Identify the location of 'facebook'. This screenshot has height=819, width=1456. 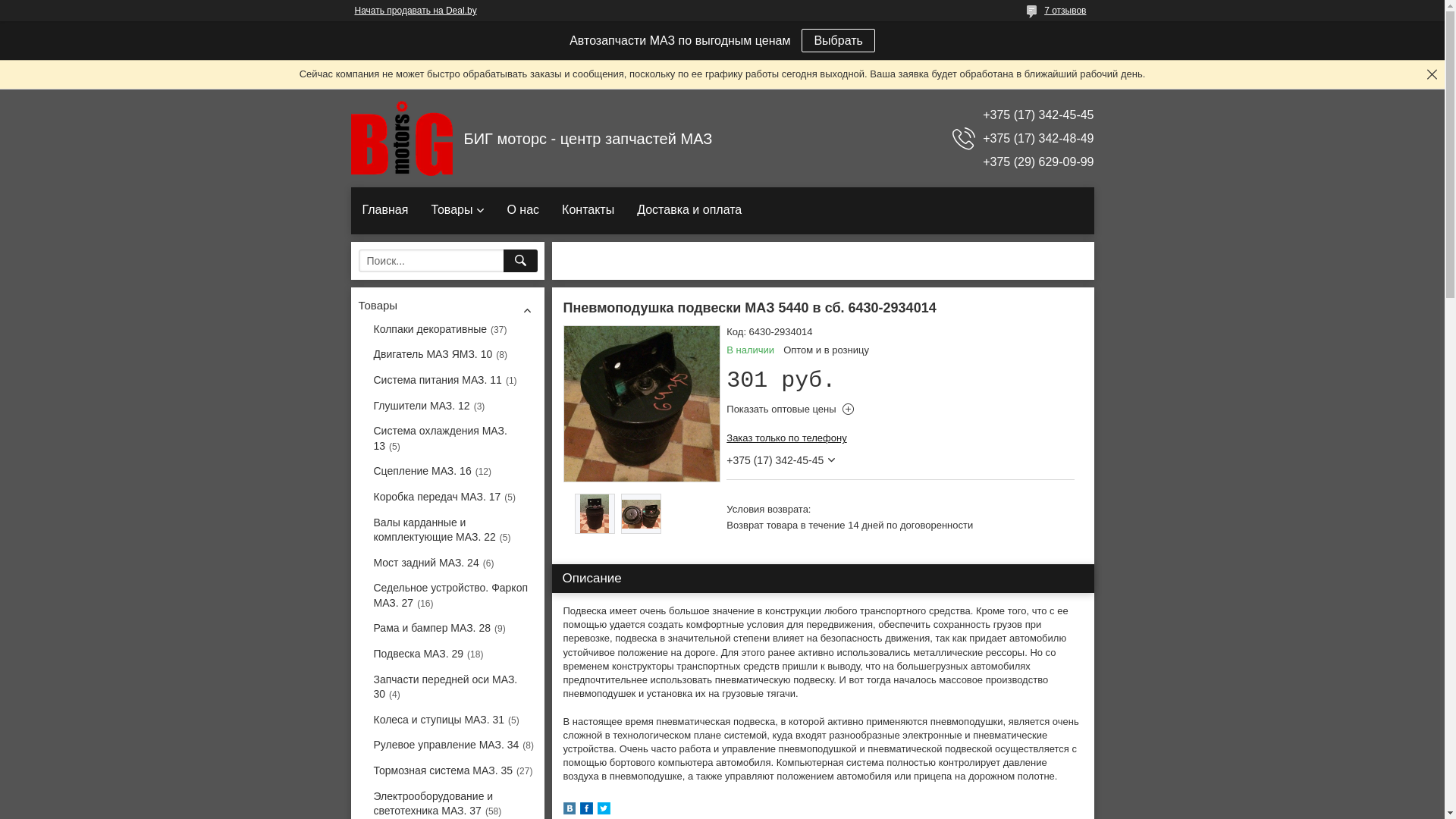
(585, 810).